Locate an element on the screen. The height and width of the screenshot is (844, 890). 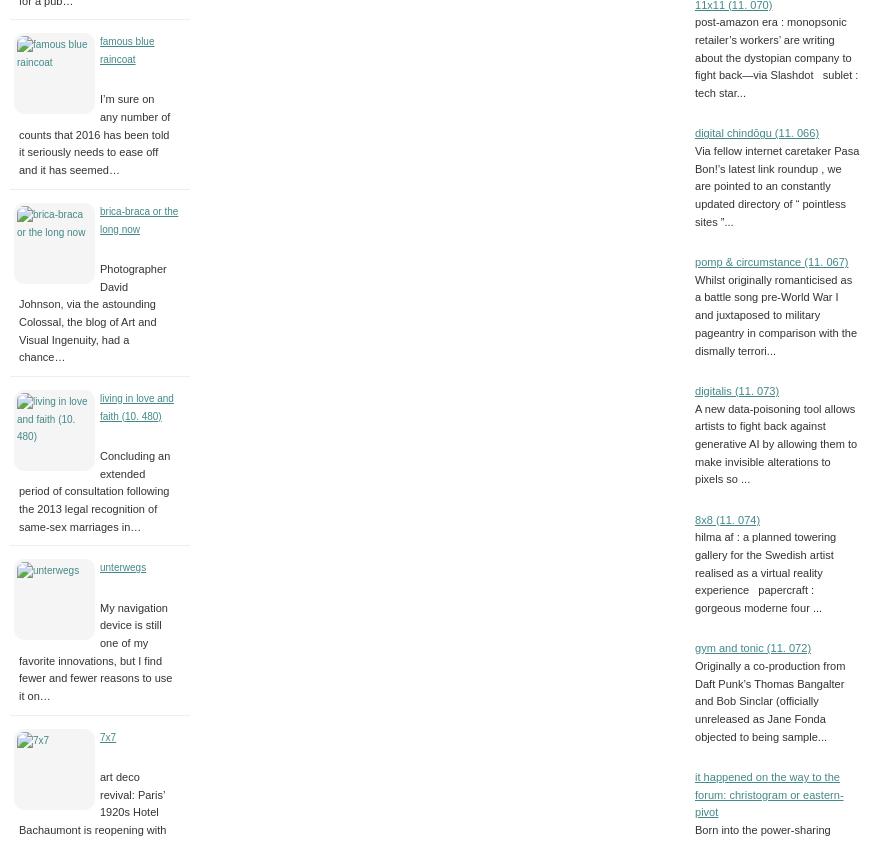
'A new data-poisoning tool  allows artists to fight back against generative AI by allowing them to make invisible alterations to pixels so ...' is located at coordinates (775, 442).